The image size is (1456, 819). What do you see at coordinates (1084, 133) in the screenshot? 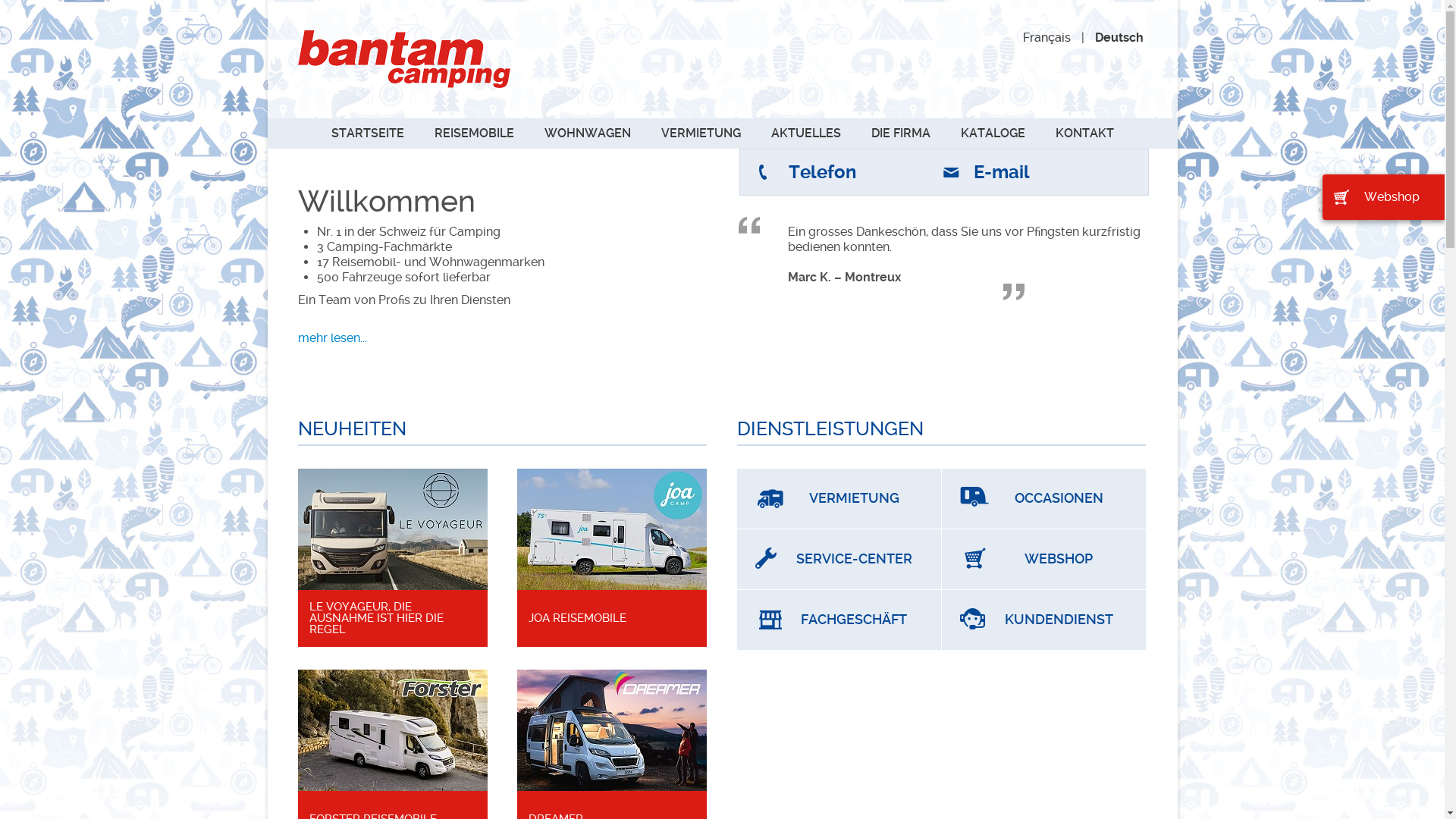
I see `'KONTAKT'` at bounding box center [1084, 133].